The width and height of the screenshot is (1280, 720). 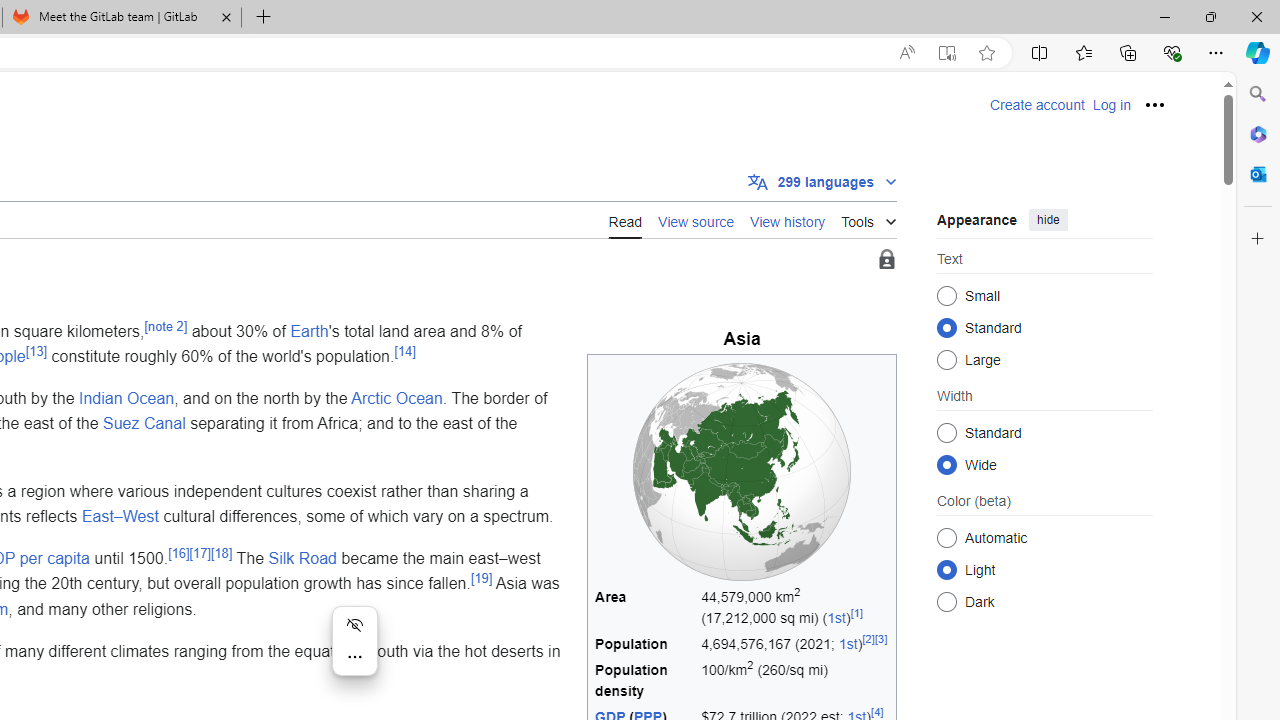 I want to click on 'Create account', so click(x=1037, y=105).